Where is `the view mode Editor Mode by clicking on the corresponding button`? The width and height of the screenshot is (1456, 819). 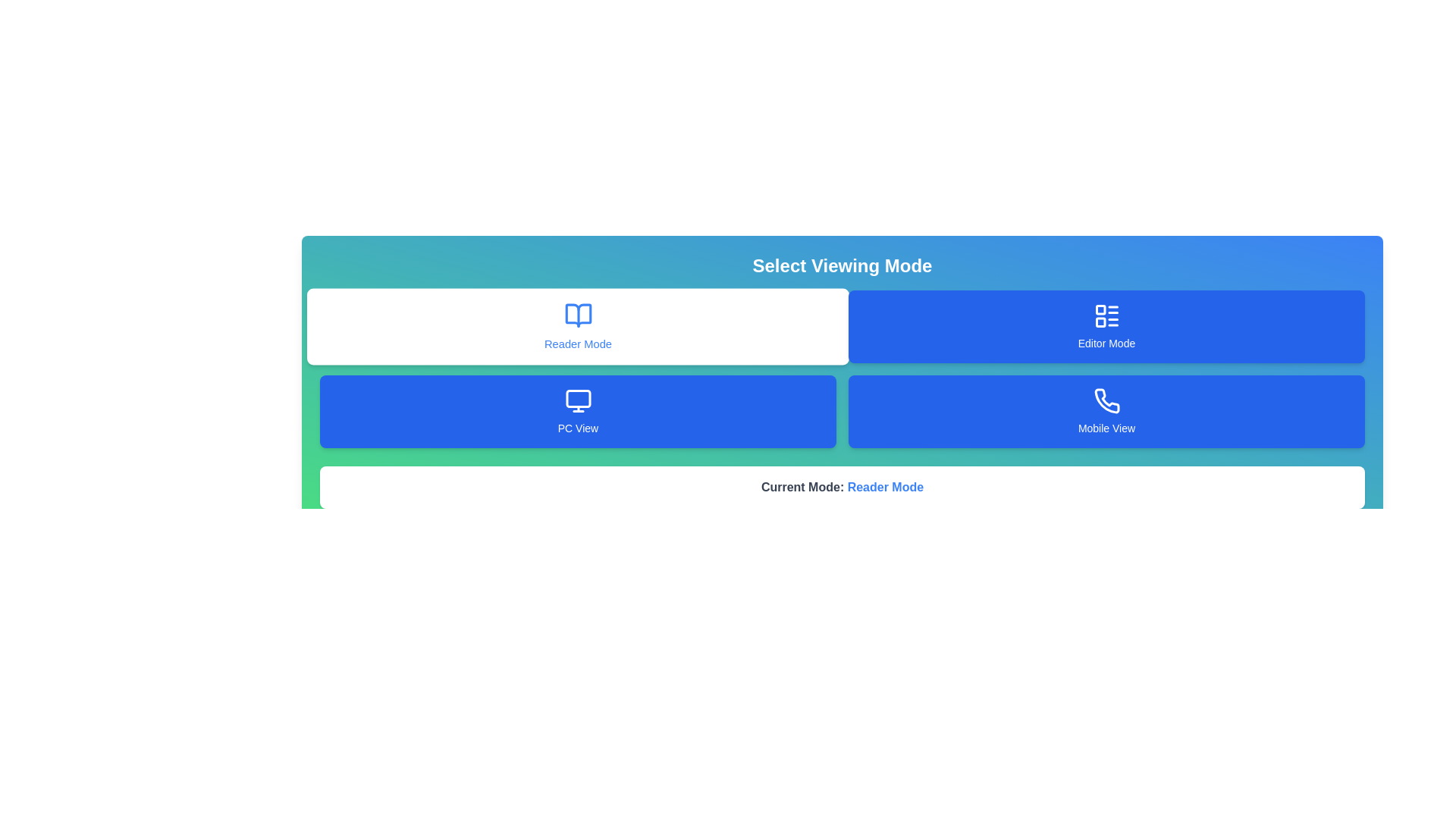 the view mode Editor Mode by clicking on the corresponding button is located at coordinates (1106, 326).